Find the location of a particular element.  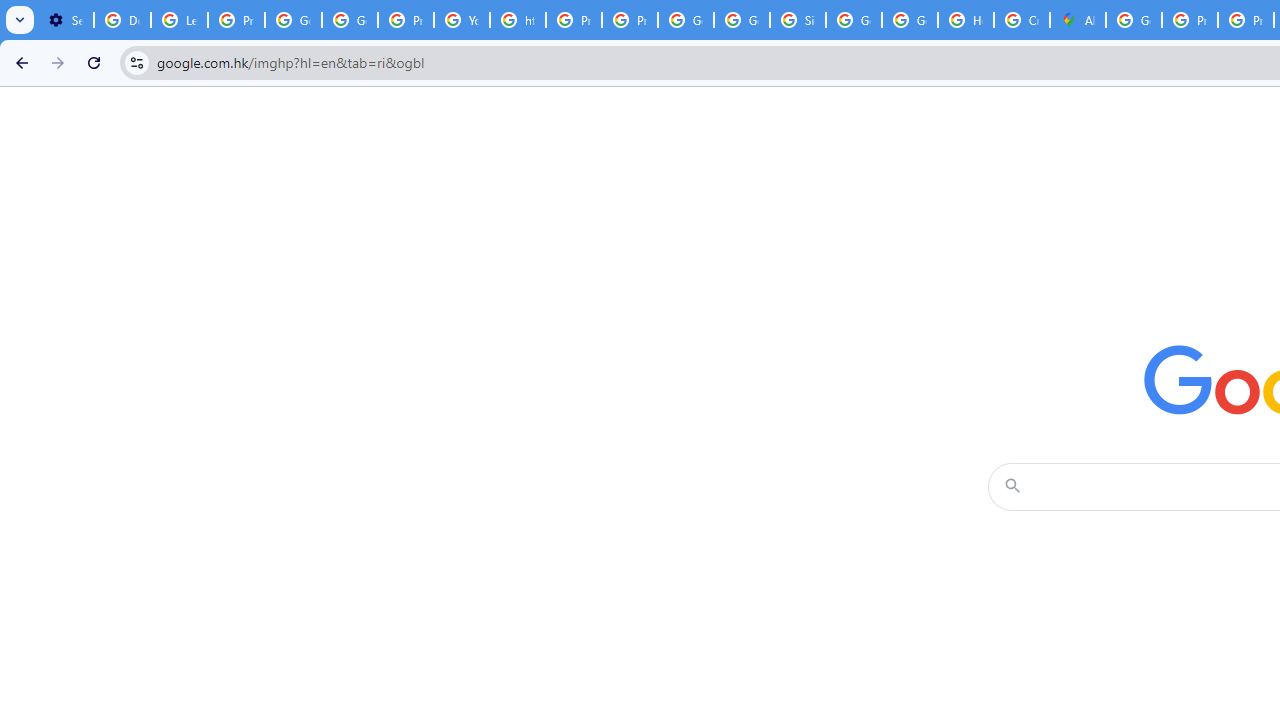

'YouTube' is located at coordinates (461, 20).